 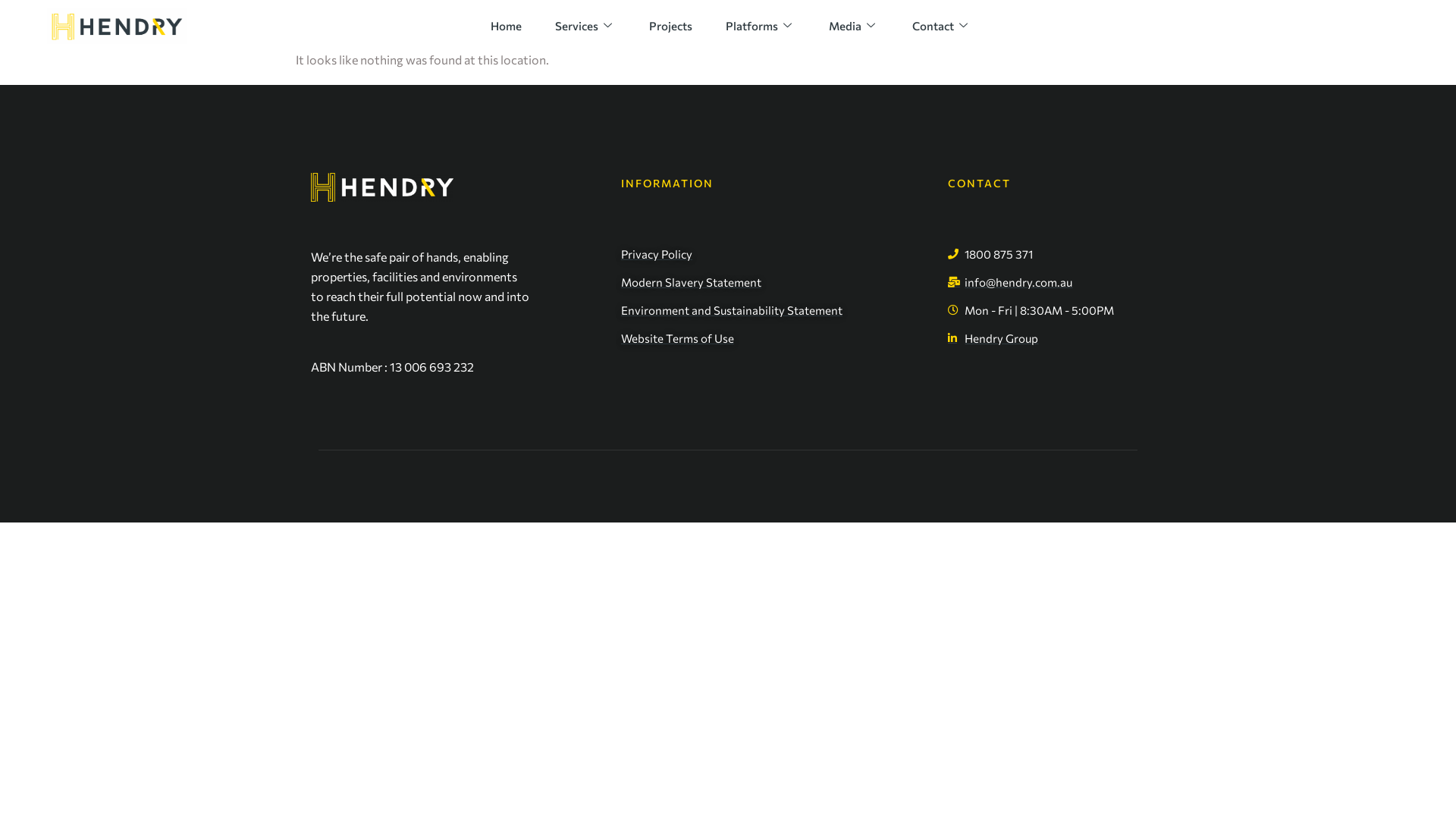 What do you see at coordinates (761, 25) in the screenshot?
I see `'Platforms'` at bounding box center [761, 25].